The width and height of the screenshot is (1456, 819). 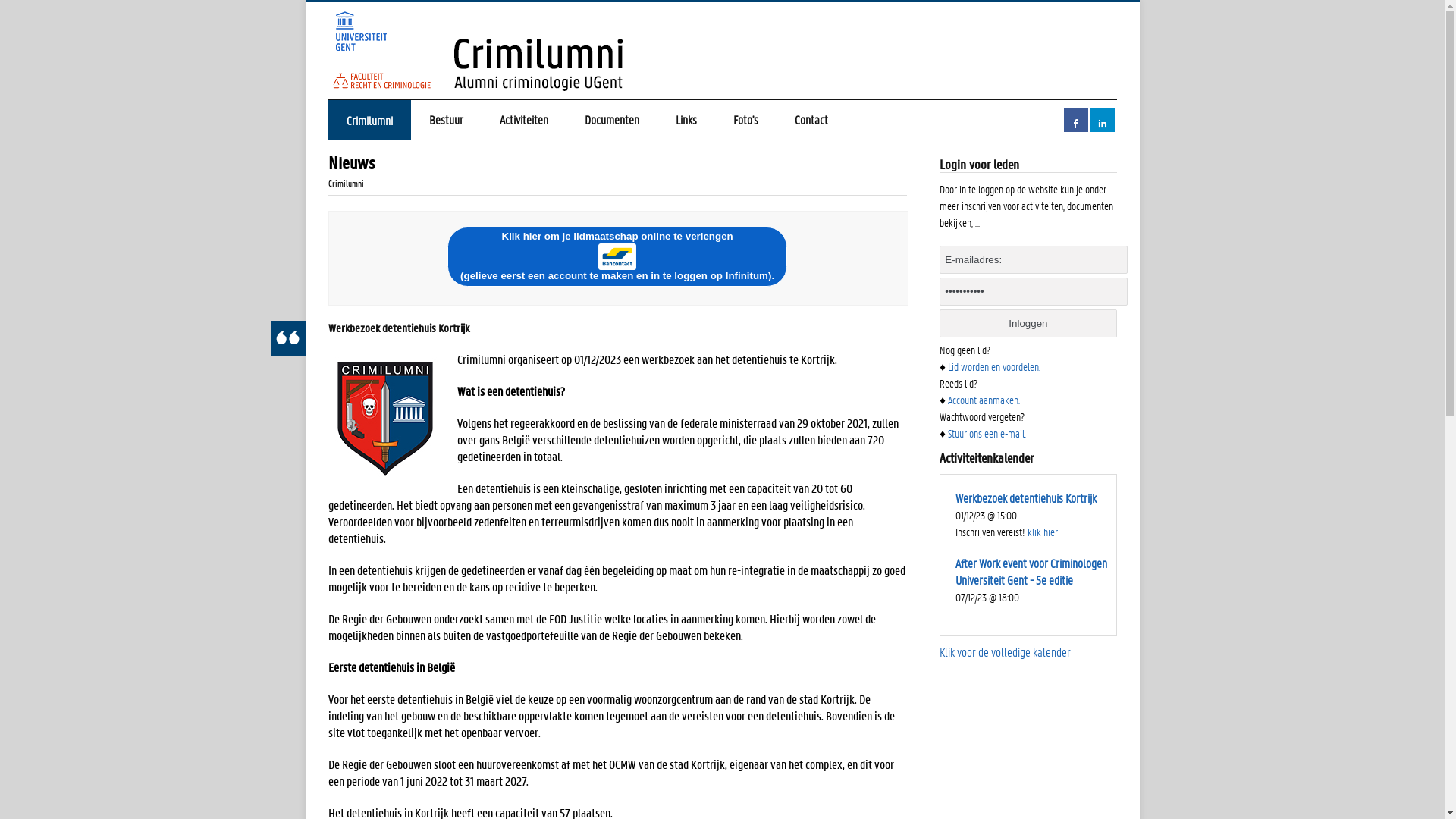 What do you see at coordinates (611, 119) in the screenshot?
I see `'Documenten'` at bounding box center [611, 119].